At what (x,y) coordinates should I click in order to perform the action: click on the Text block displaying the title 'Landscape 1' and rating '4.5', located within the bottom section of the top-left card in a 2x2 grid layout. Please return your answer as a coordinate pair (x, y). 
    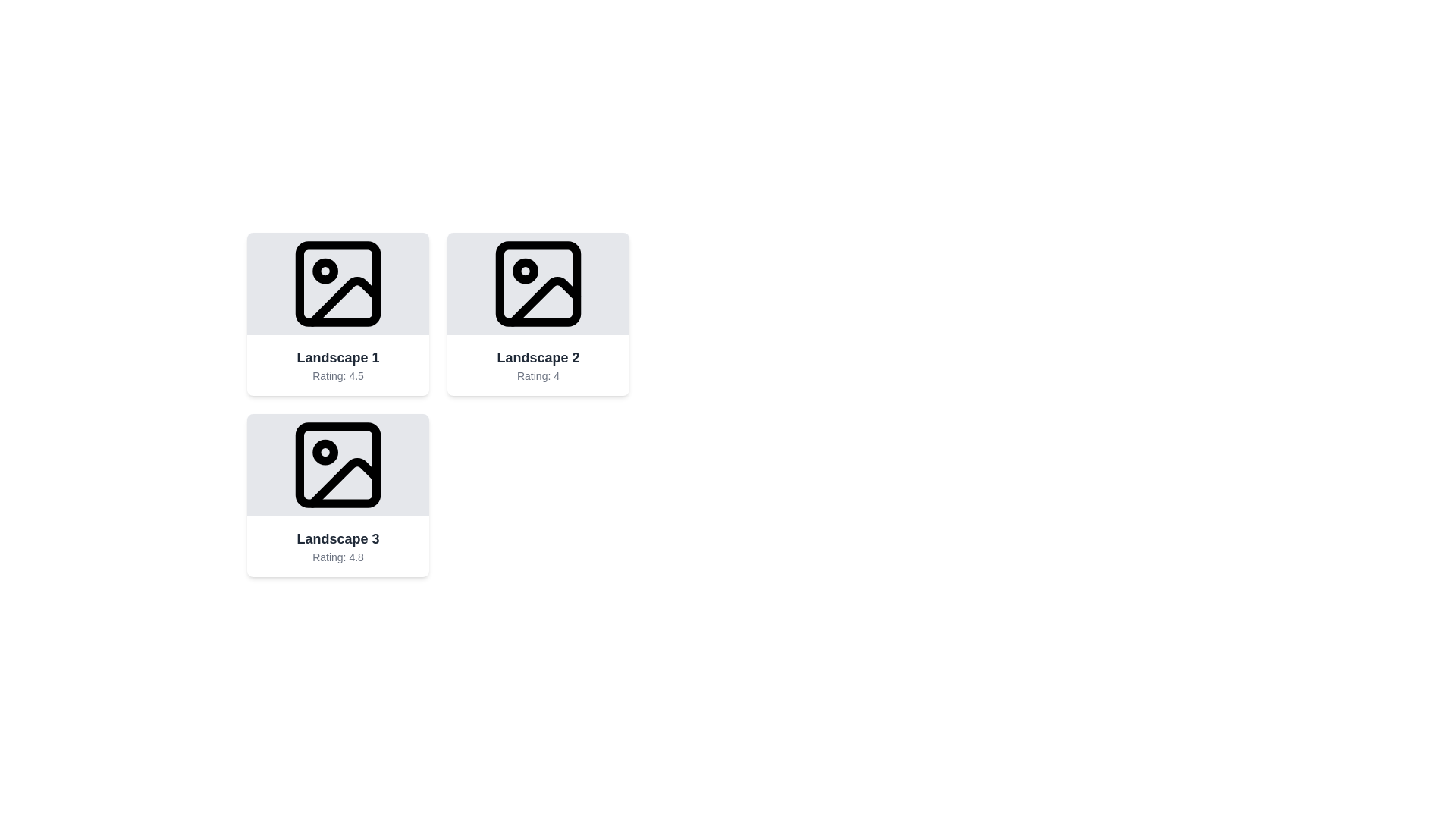
    Looking at the image, I should click on (337, 366).